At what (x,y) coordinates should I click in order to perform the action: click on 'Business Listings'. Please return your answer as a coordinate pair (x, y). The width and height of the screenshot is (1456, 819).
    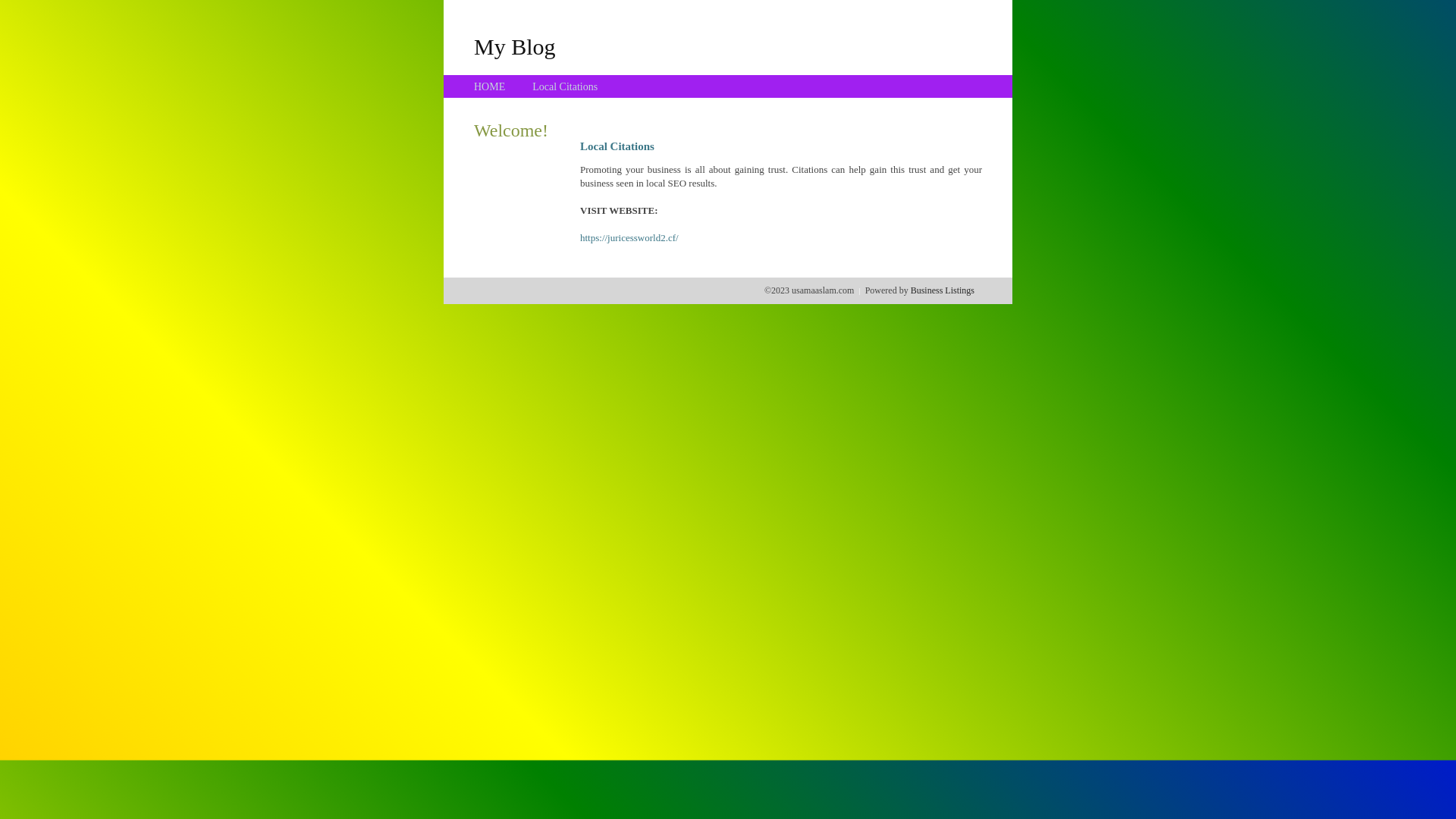
    Looking at the image, I should click on (942, 290).